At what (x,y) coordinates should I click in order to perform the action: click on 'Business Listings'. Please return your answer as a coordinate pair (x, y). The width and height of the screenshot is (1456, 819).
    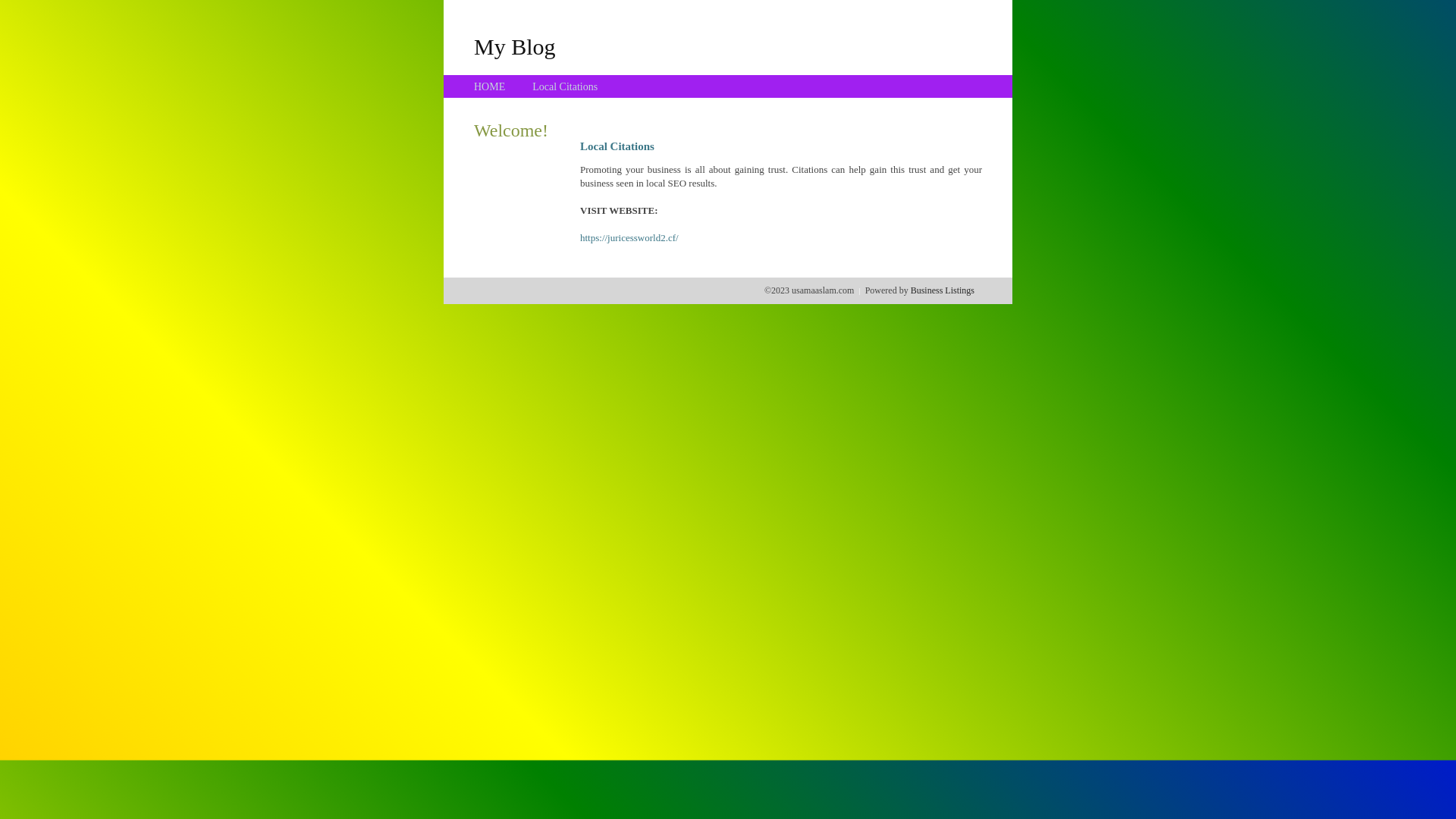
    Looking at the image, I should click on (942, 290).